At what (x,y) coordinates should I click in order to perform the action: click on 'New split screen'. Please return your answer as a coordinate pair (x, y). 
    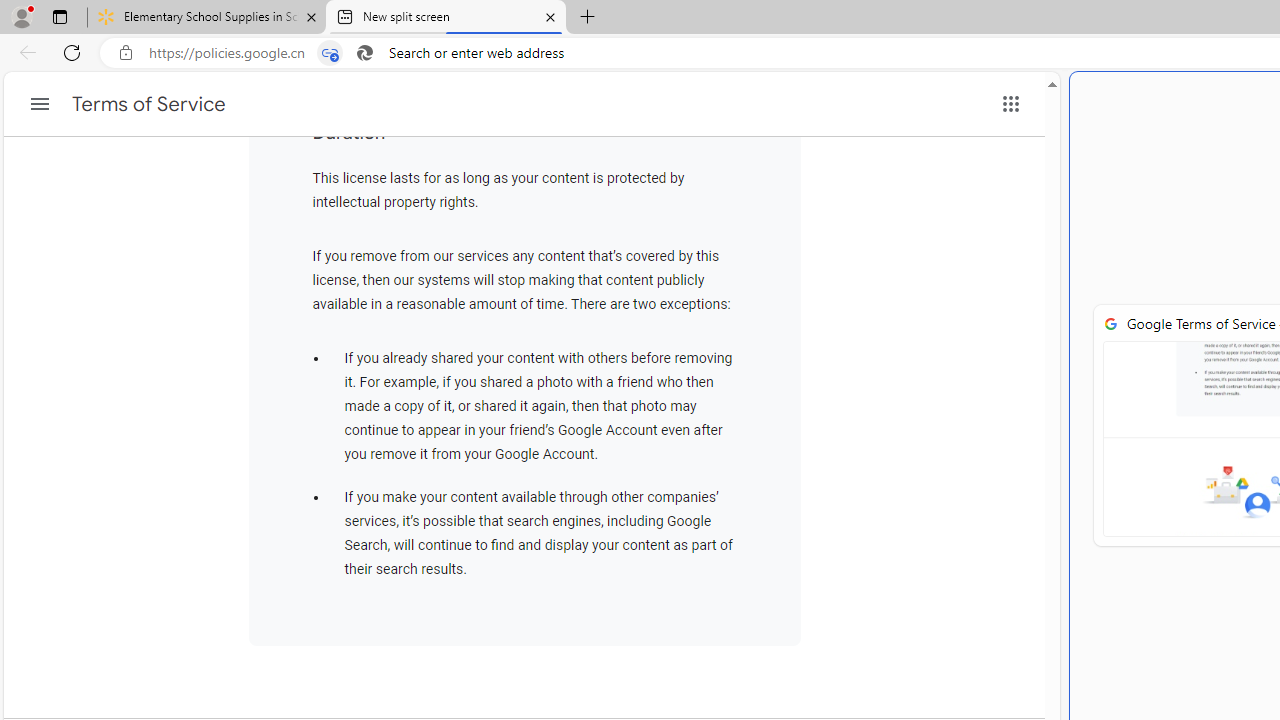
    Looking at the image, I should click on (444, 17).